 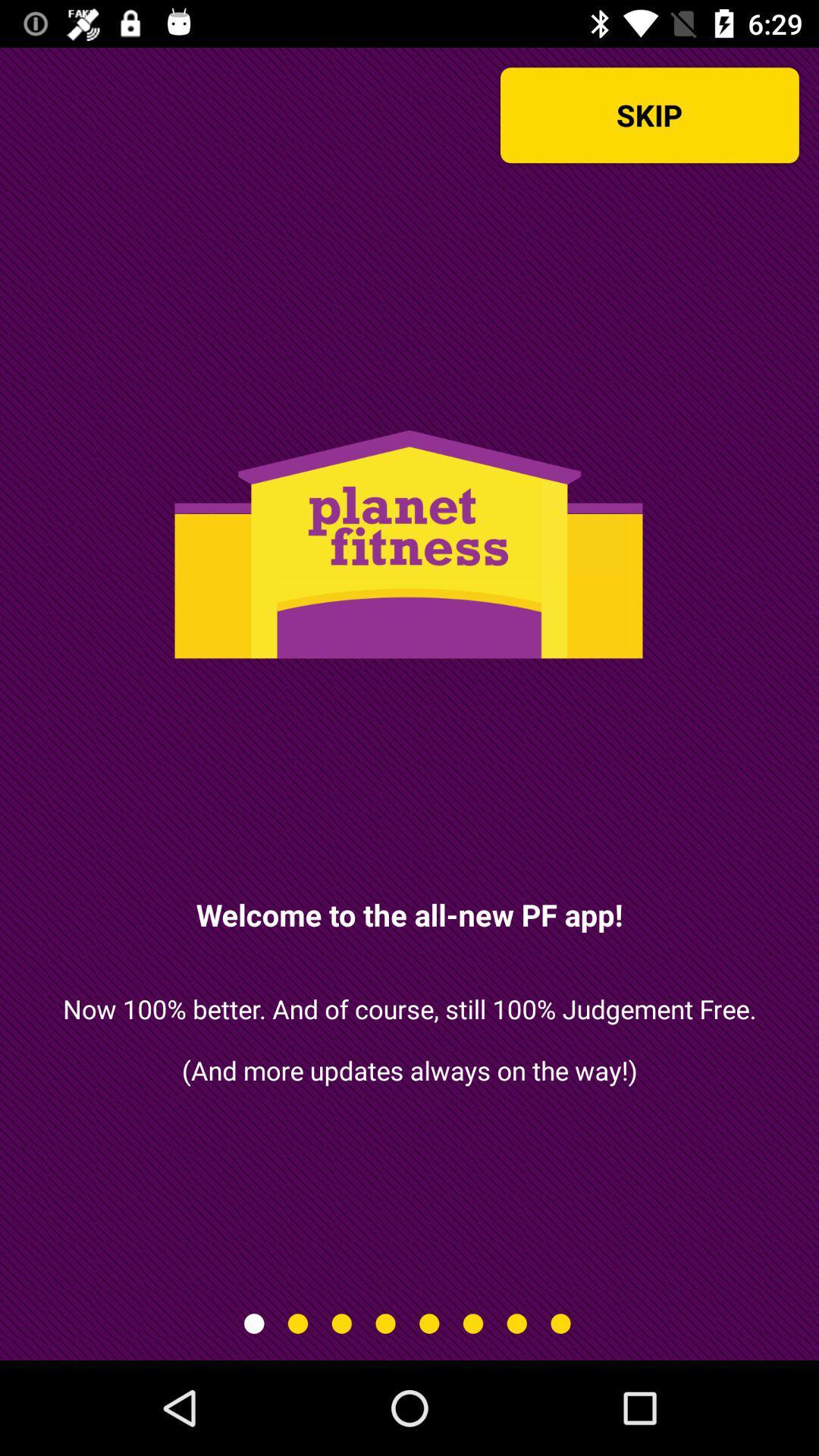 I want to click on the skip item, so click(x=648, y=115).